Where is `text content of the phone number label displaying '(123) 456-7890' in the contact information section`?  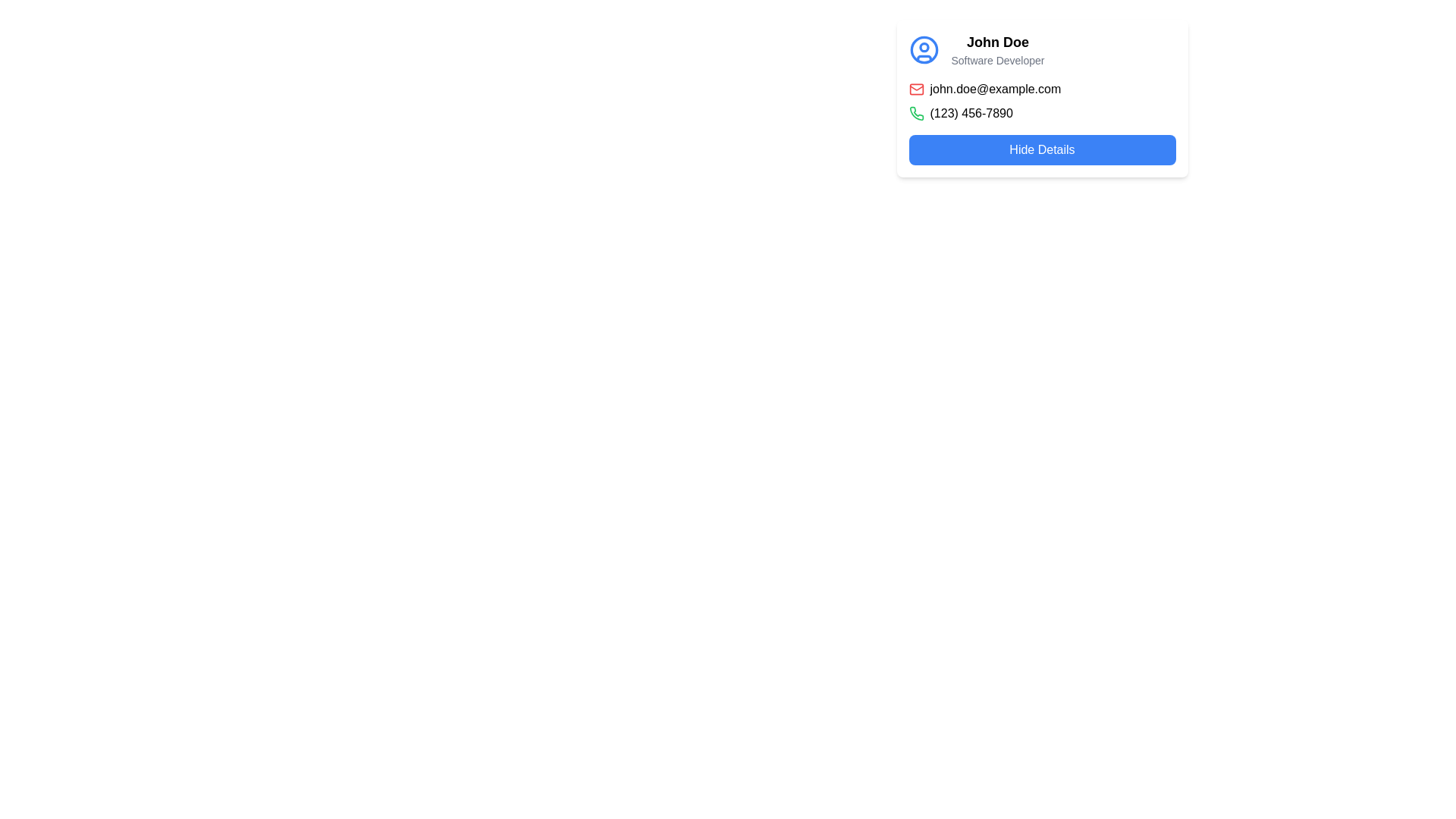
text content of the phone number label displaying '(123) 456-7890' in the contact information section is located at coordinates (971, 113).